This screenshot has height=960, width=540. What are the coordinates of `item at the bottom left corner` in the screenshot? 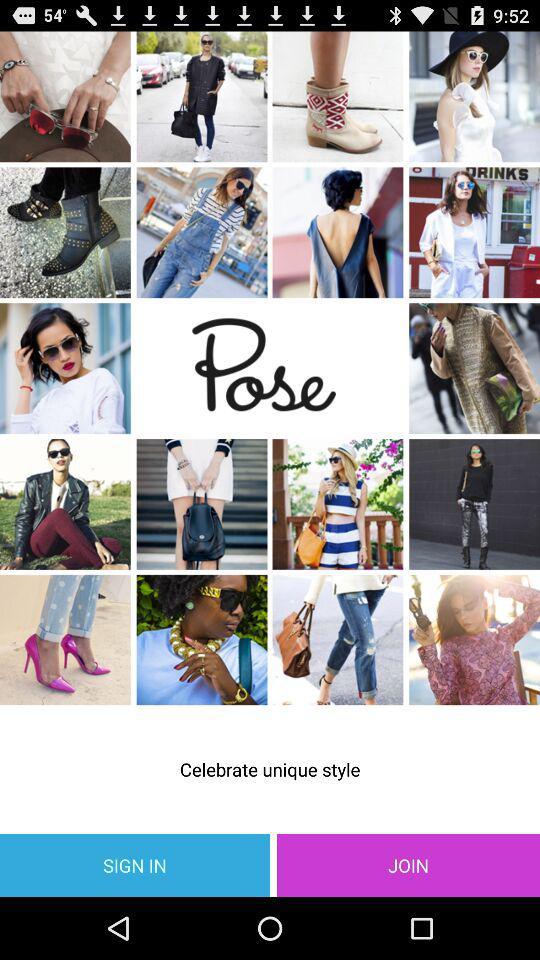 It's located at (135, 864).